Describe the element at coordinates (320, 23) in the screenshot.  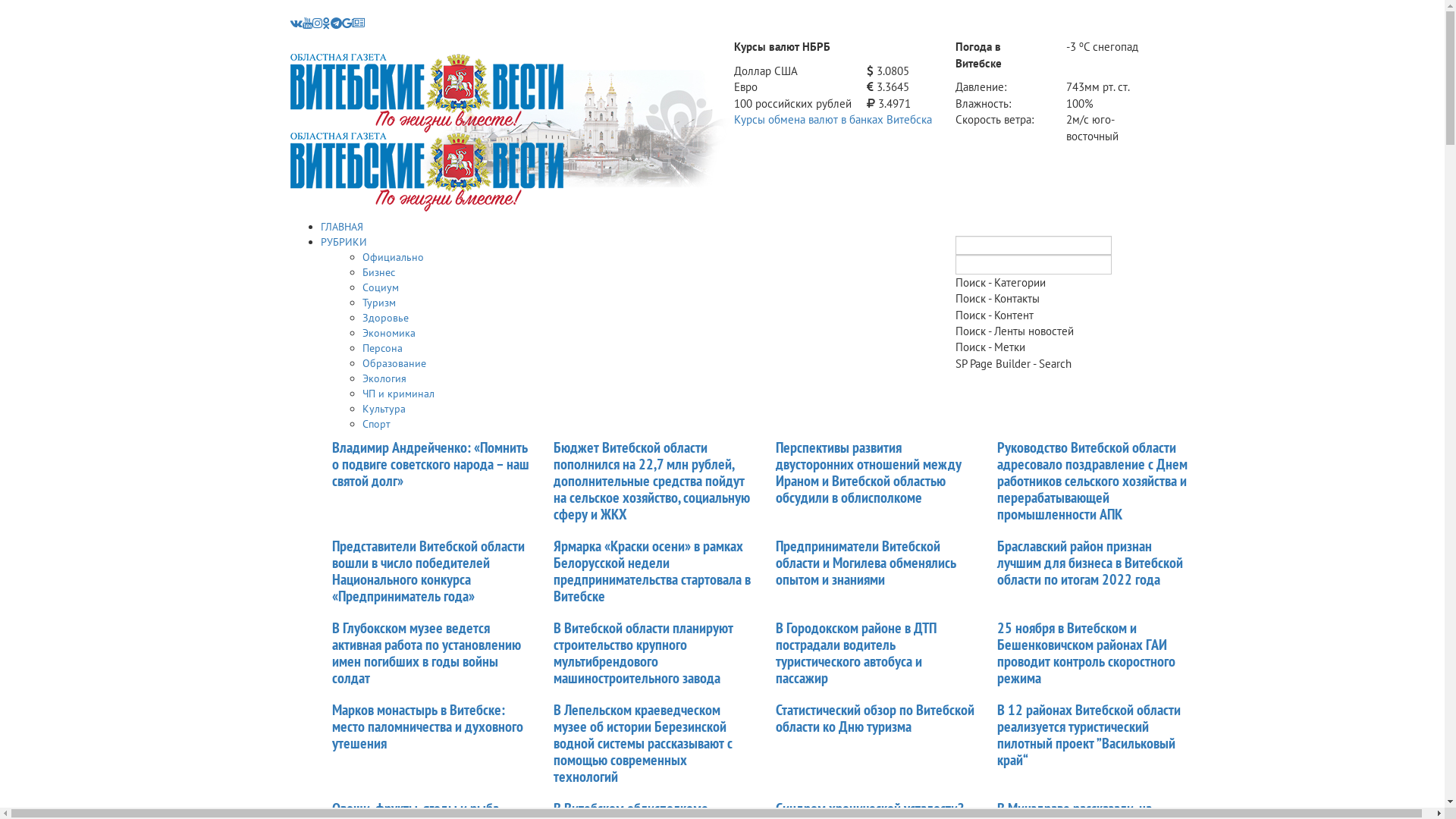
I see `'OK.RU'` at that location.